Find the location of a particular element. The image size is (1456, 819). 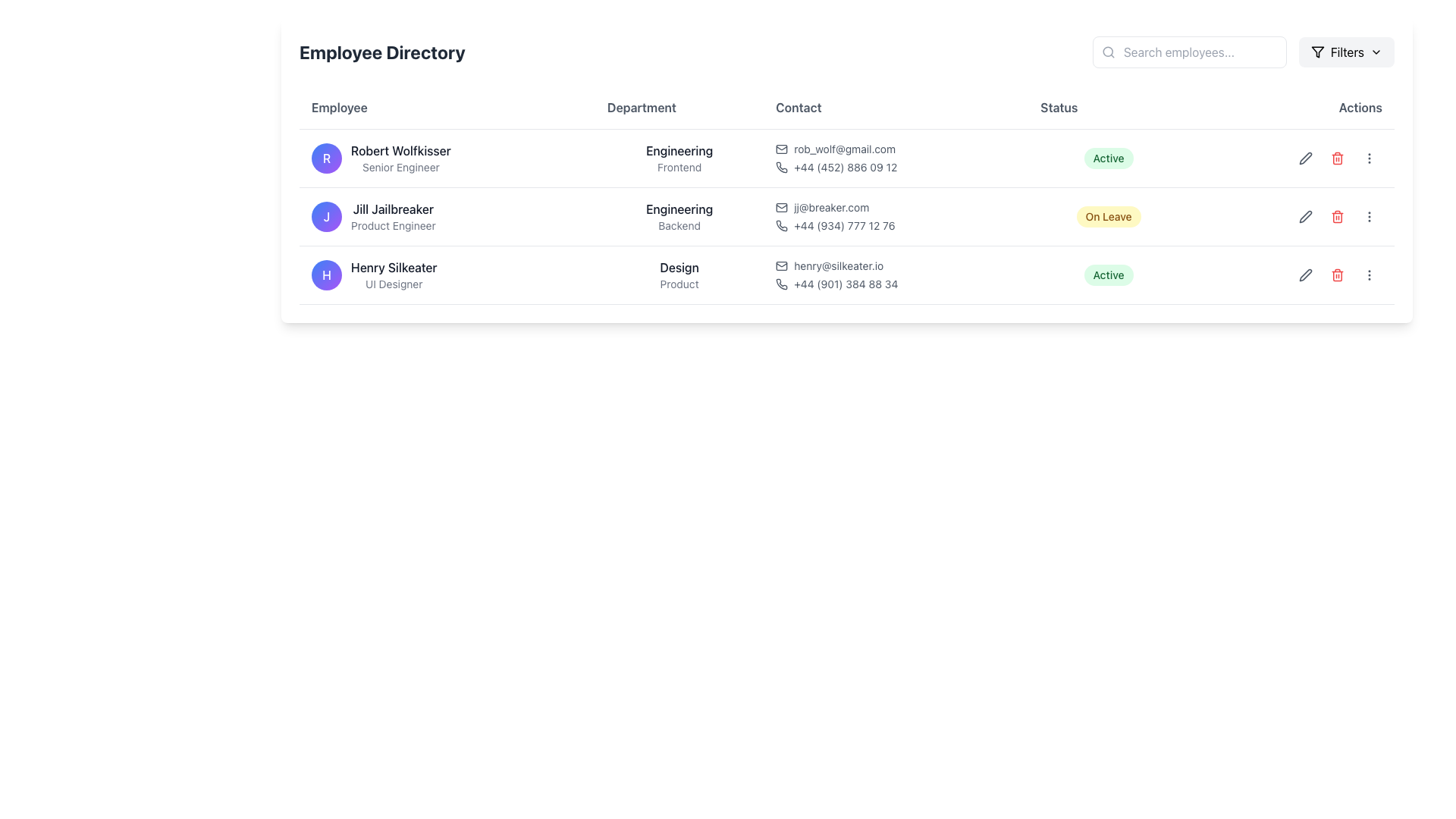

phone icon, which is a dark gray SVG graphic located to the left of the phone number '+44 (934) 777 12 76' in the Contact section of the table is located at coordinates (782, 225).